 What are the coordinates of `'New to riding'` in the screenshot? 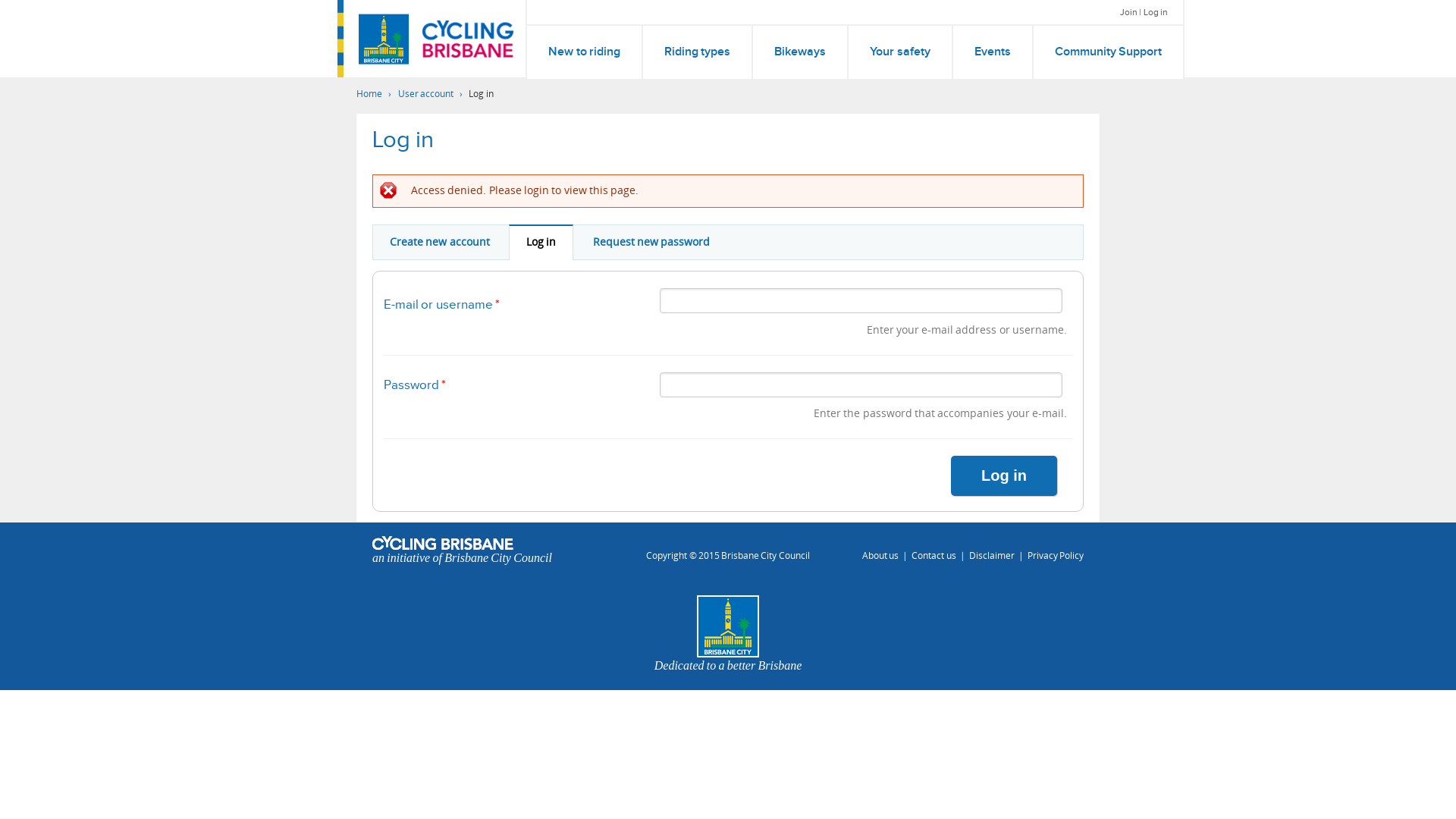 It's located at (583, 52).